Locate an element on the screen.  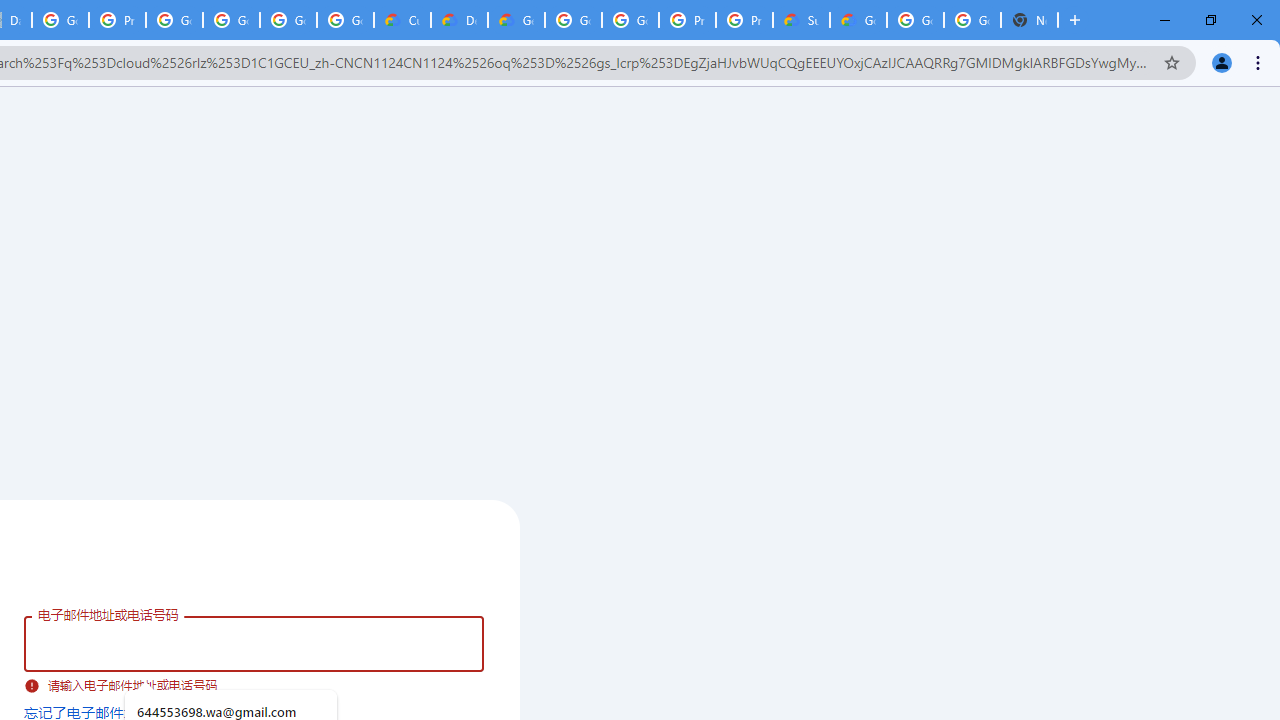
'Support Hub | Google Cloud' is located at coordinates (801, 20).